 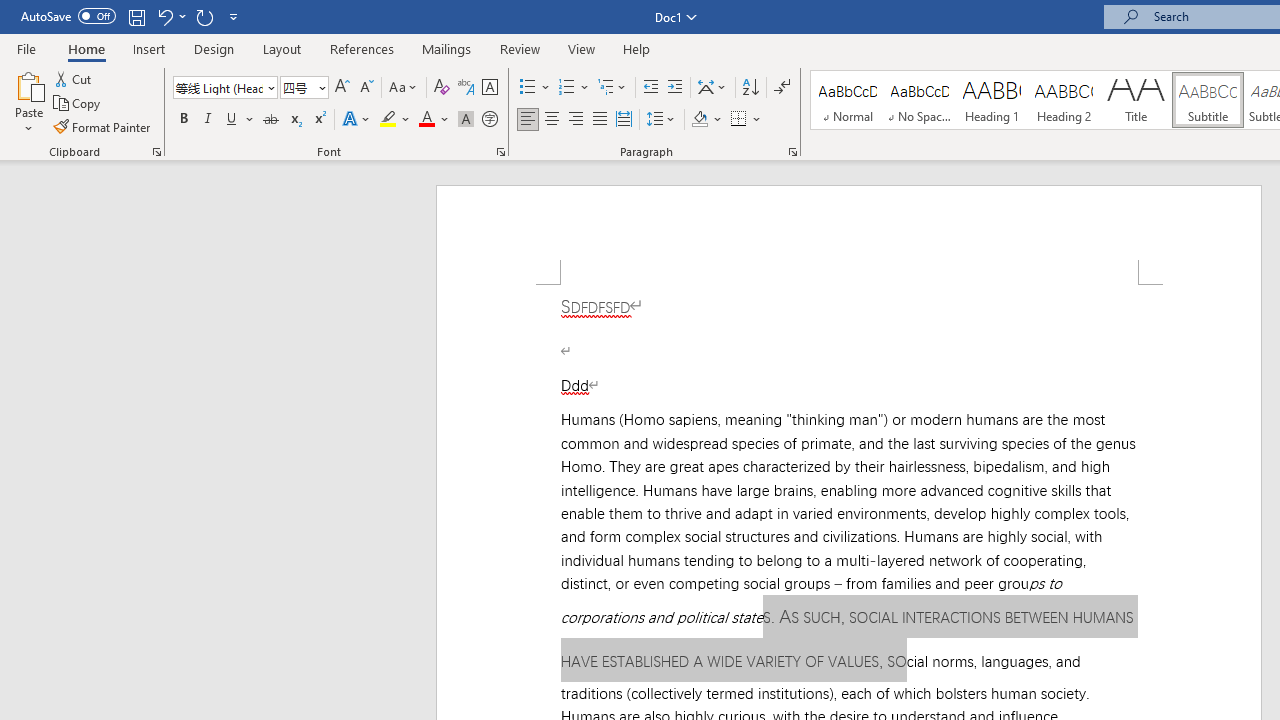 What do you see at coordinates (573, 86) in the screenshot?
I see `'Numbering'` at bounding box center [573, 86].